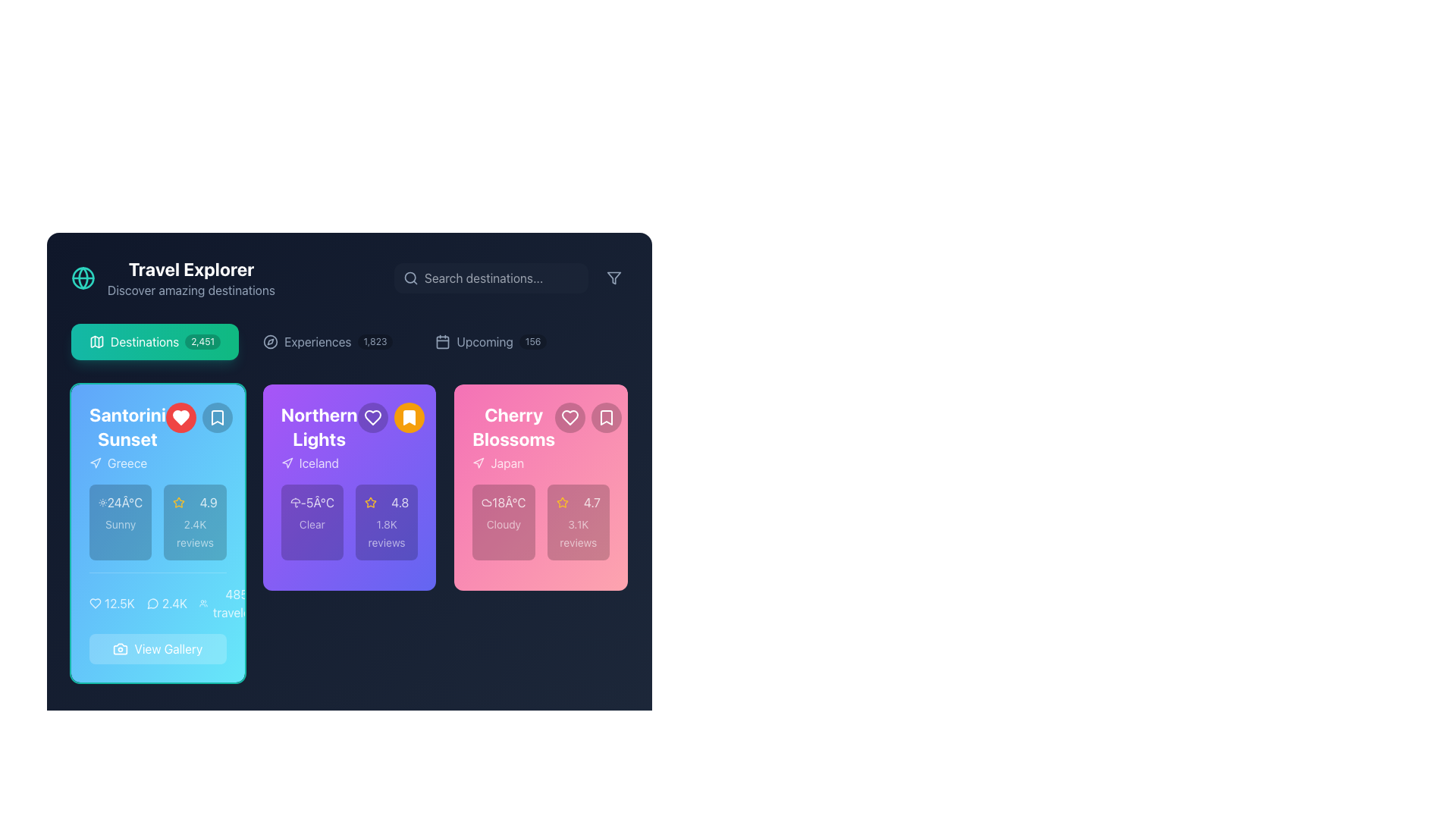 Image resolution: width=1456 pixels, height=819 pixels. Describe the element at coordinates (316, 503) in the screenshot. I see `the temperature value text label associated with the 'Northern Lights' destination, which is located at the lower part of the purple card beneath the title and icon` at that location.